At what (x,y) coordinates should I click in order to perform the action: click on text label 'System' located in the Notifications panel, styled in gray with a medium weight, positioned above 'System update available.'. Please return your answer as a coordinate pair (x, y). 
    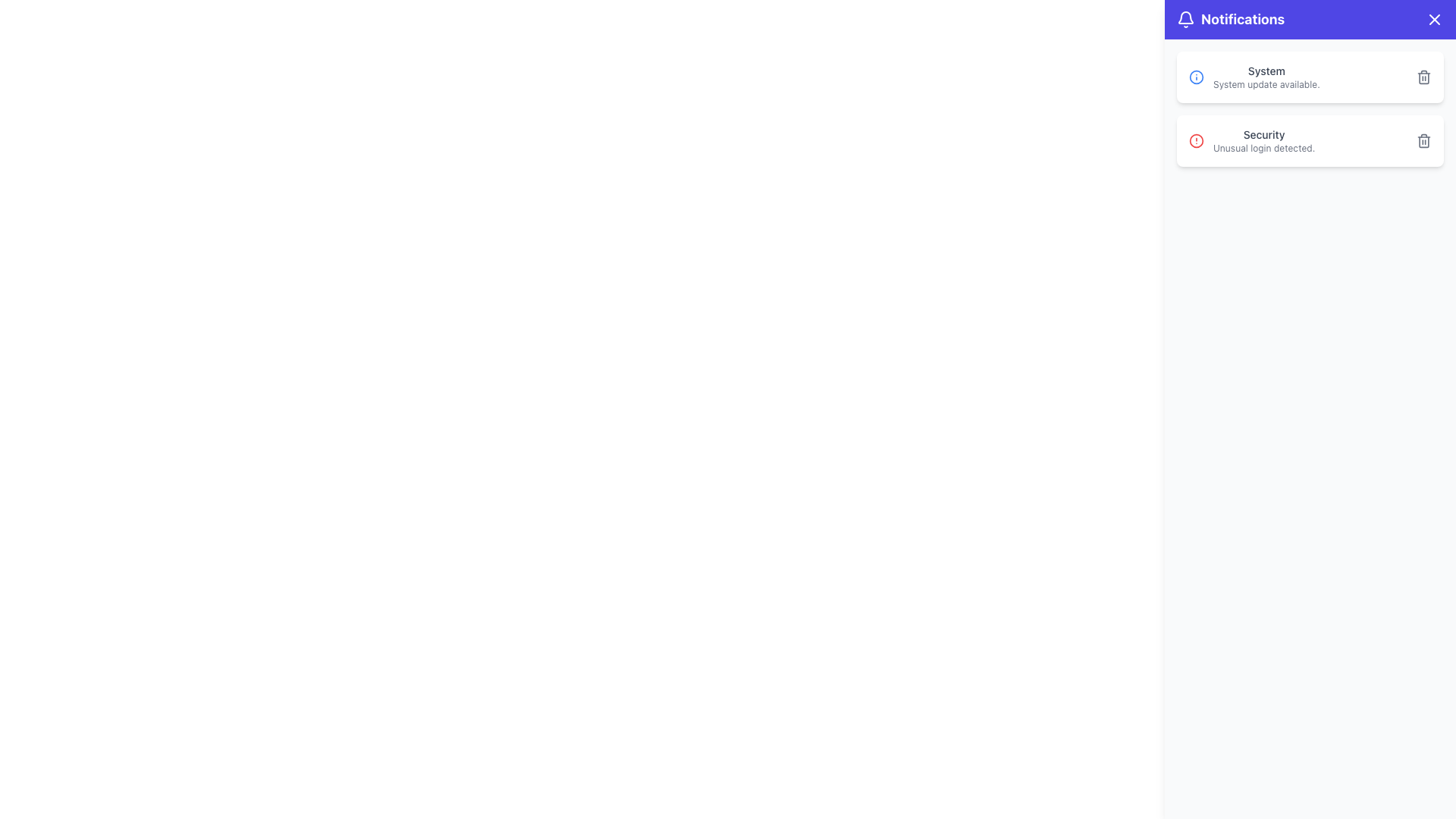
    Looking at the image, I should click on (1266, 71).